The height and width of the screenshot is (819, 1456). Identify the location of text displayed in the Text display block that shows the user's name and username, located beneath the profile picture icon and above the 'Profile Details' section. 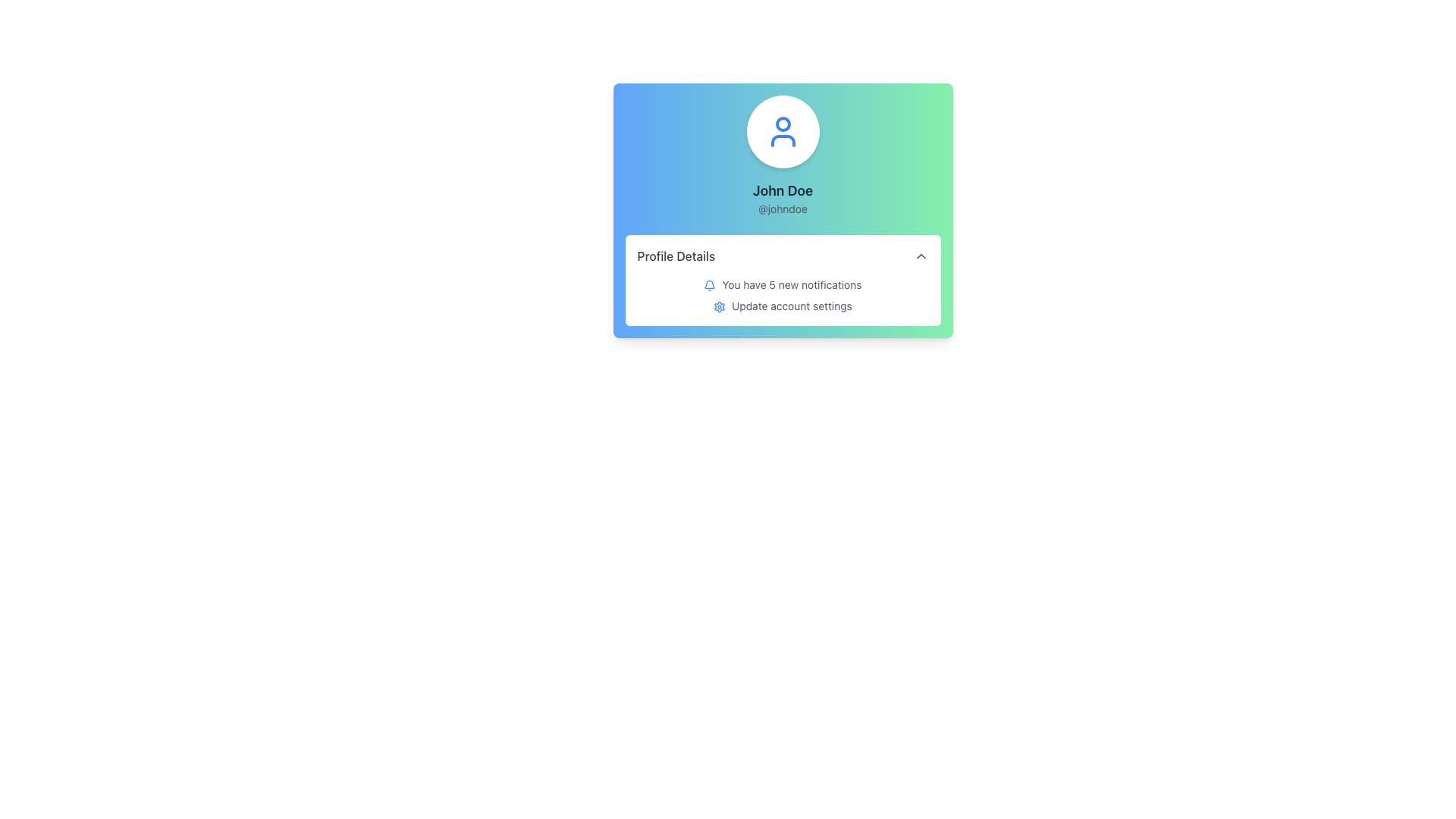
(783, 198).